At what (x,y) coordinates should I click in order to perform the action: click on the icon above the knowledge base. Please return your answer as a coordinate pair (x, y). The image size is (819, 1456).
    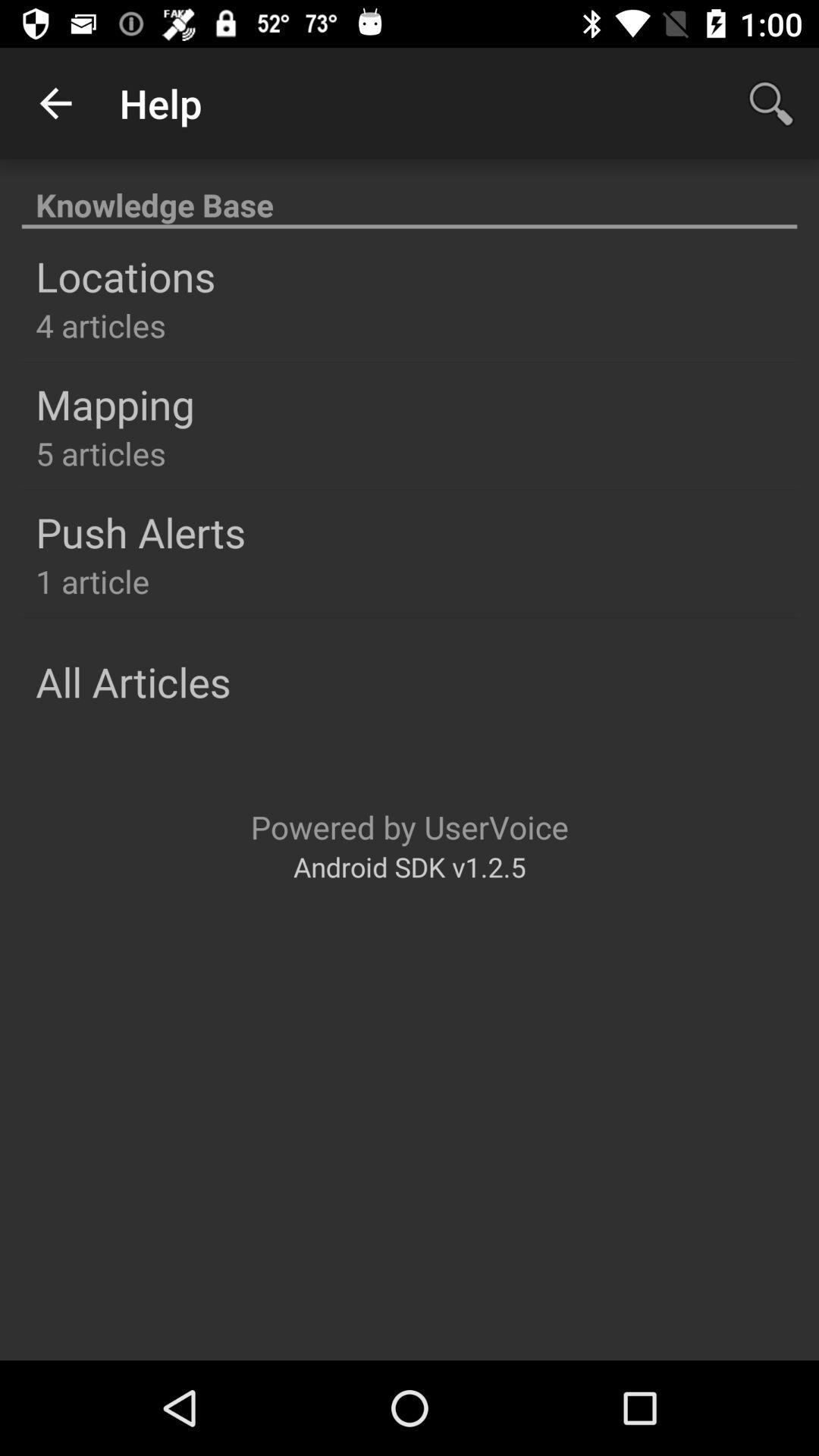
    Looking at the image, I should click on (55, 102).